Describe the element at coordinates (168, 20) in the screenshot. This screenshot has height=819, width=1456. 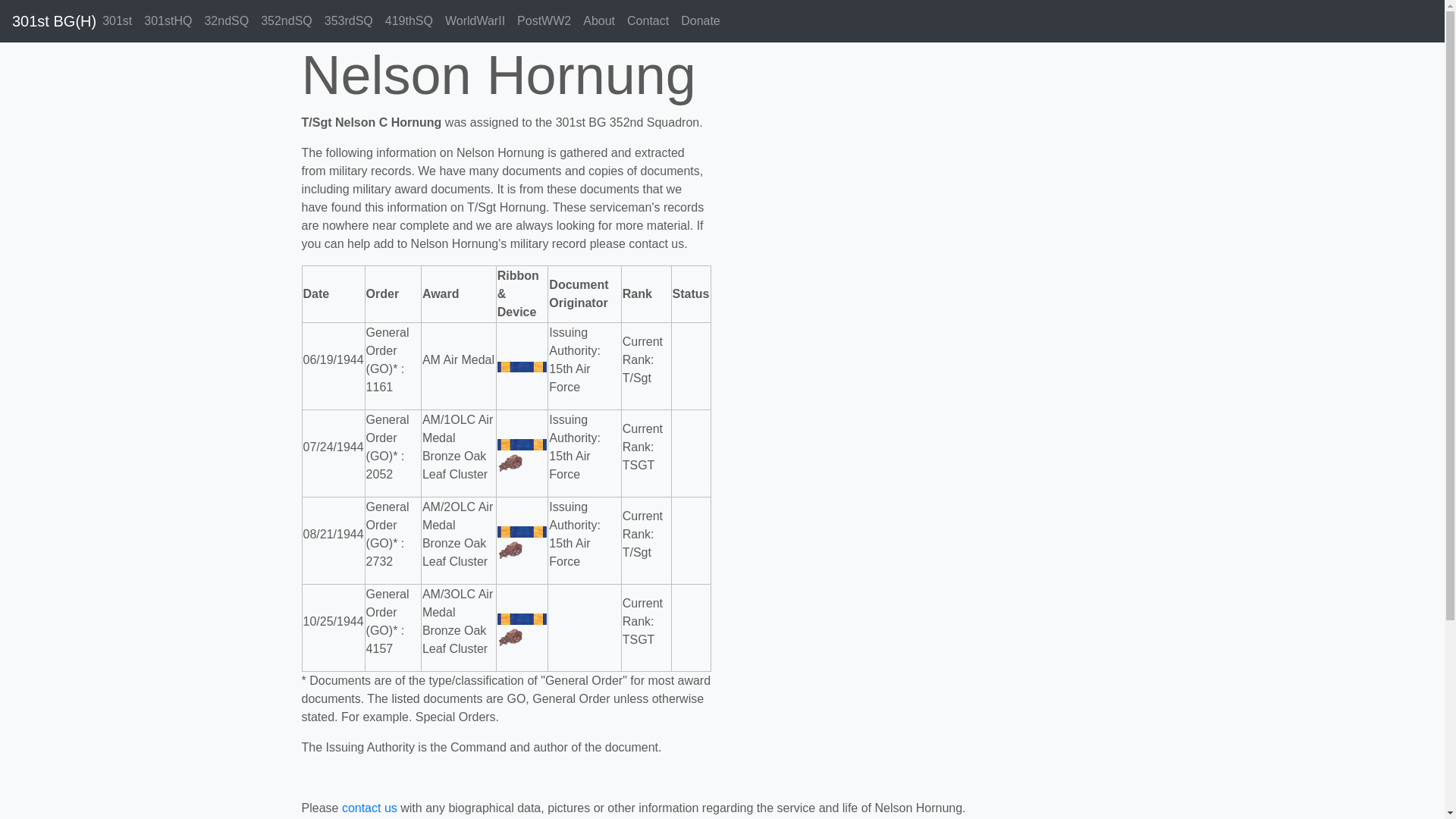
I see `'301stHQ'` at that location.